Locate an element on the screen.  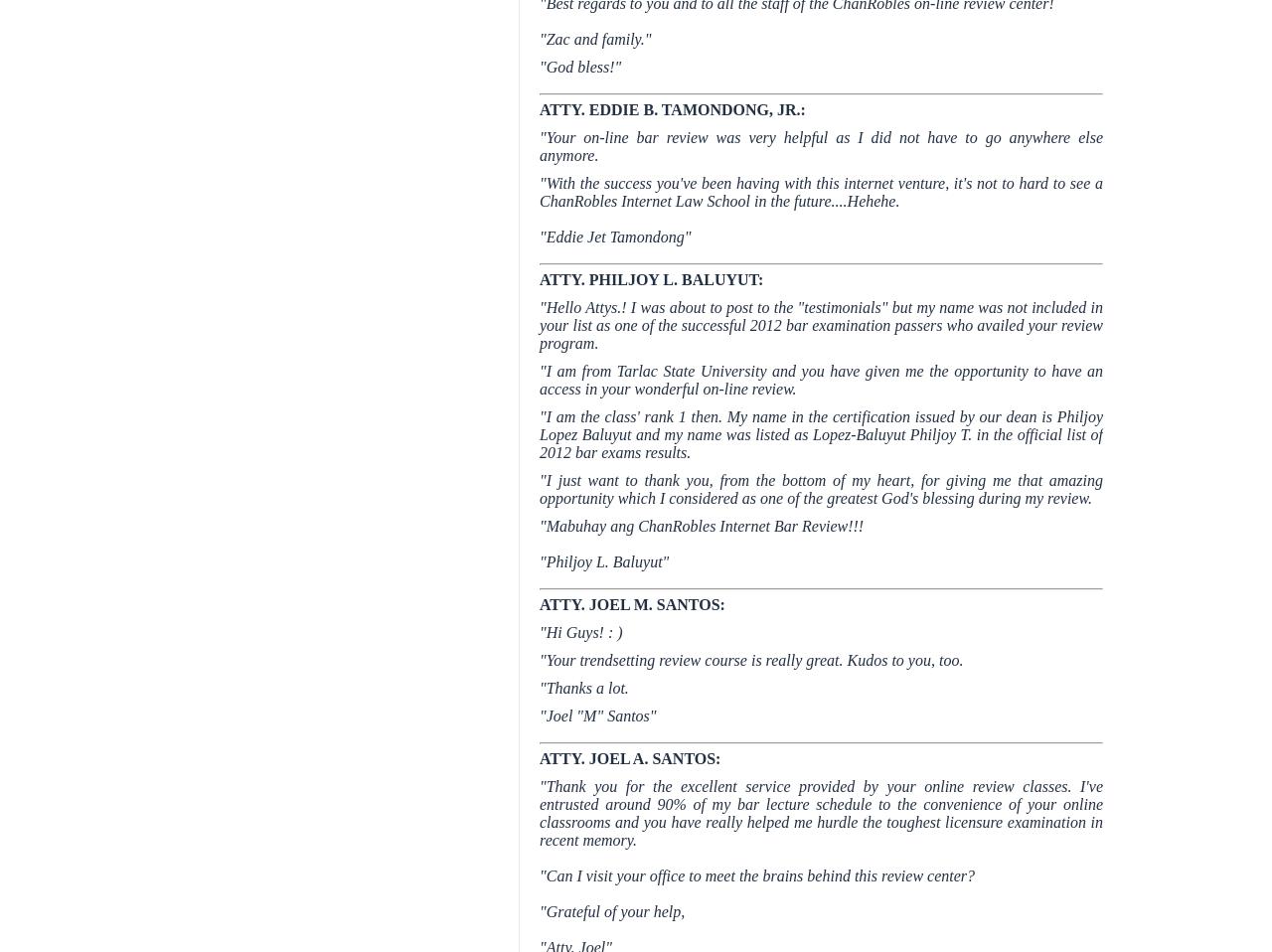
'ATTY. EDDIE B. TAMONDONG, JR.:' is located at coordinates (672, 109).